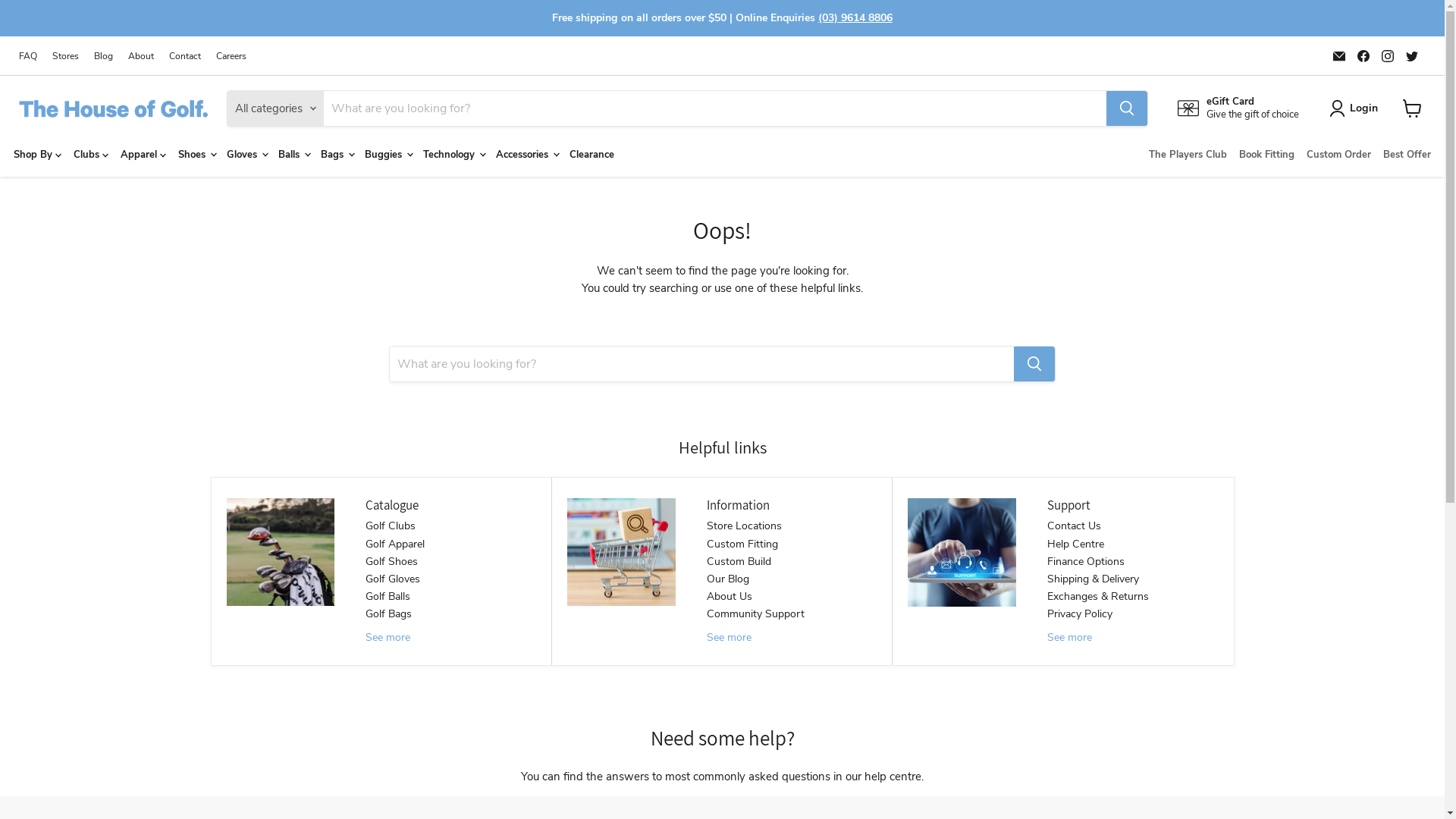 The height and width of the screenshot is (819, 1456). What do you see at coordinates (1177, 107) in the screenshot?
I see `'eGift Card` at bounding box center [1177, 107].